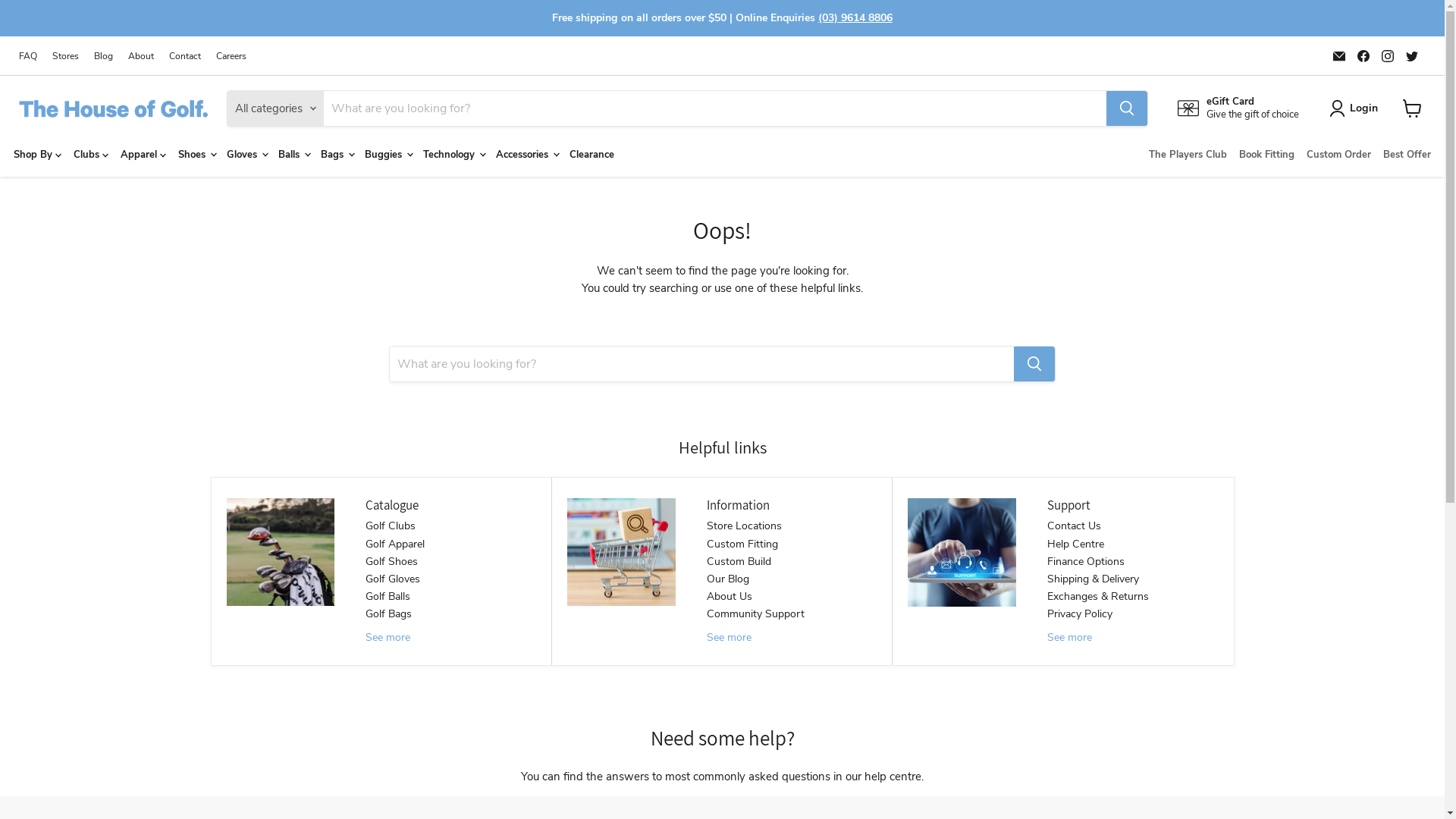 The height and width of the screenshot is (819, 1456). What do you see at coordinates (1177, 107) in the screenshot?
I see `'eGift Card` at bounding box center [1177, 107].